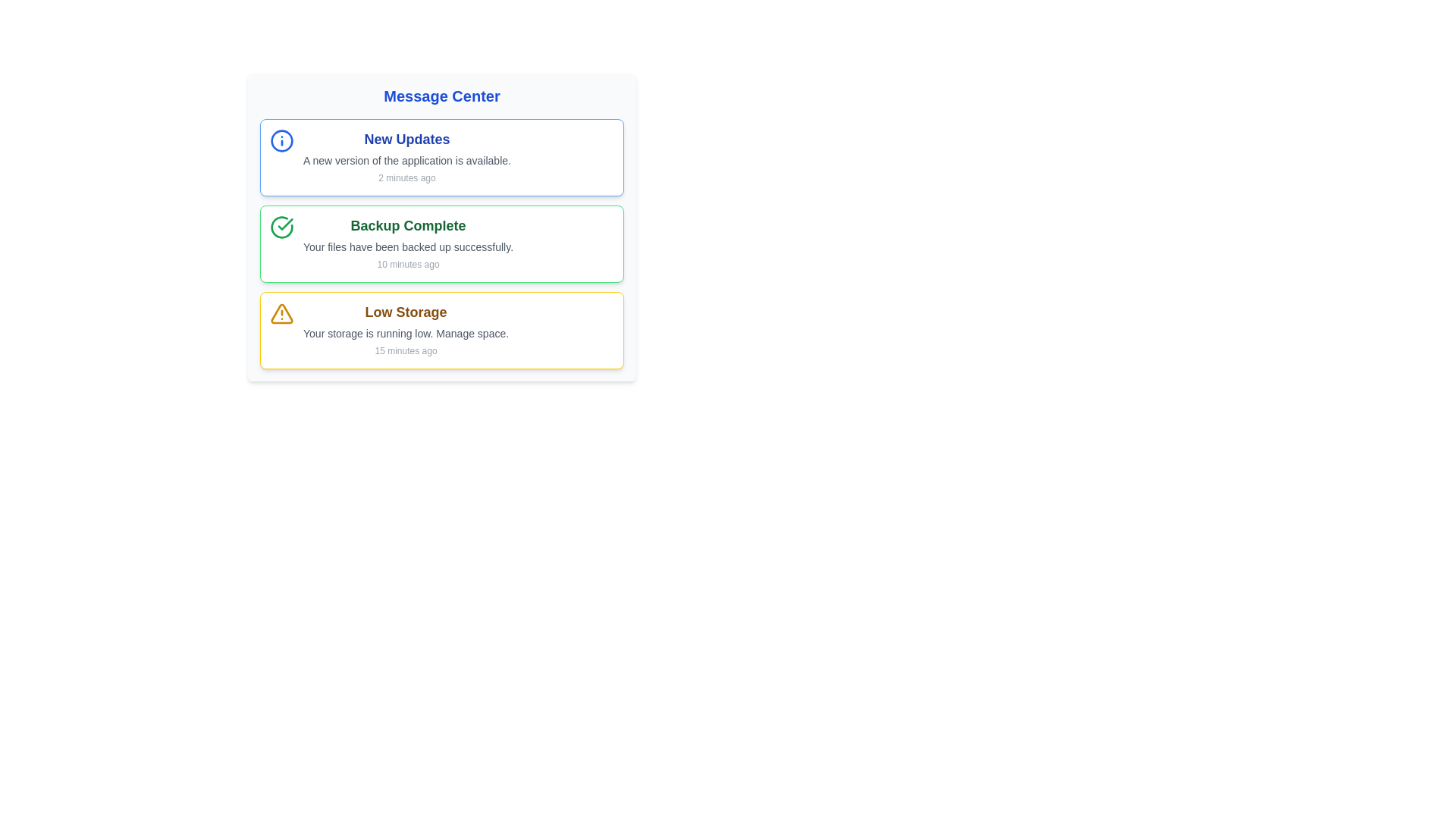 This screenshot has width=1456, height=819. I want to click on the second informational label in the 'Message Center' that indicates successful completion of a backup operation, so click(408, 243).